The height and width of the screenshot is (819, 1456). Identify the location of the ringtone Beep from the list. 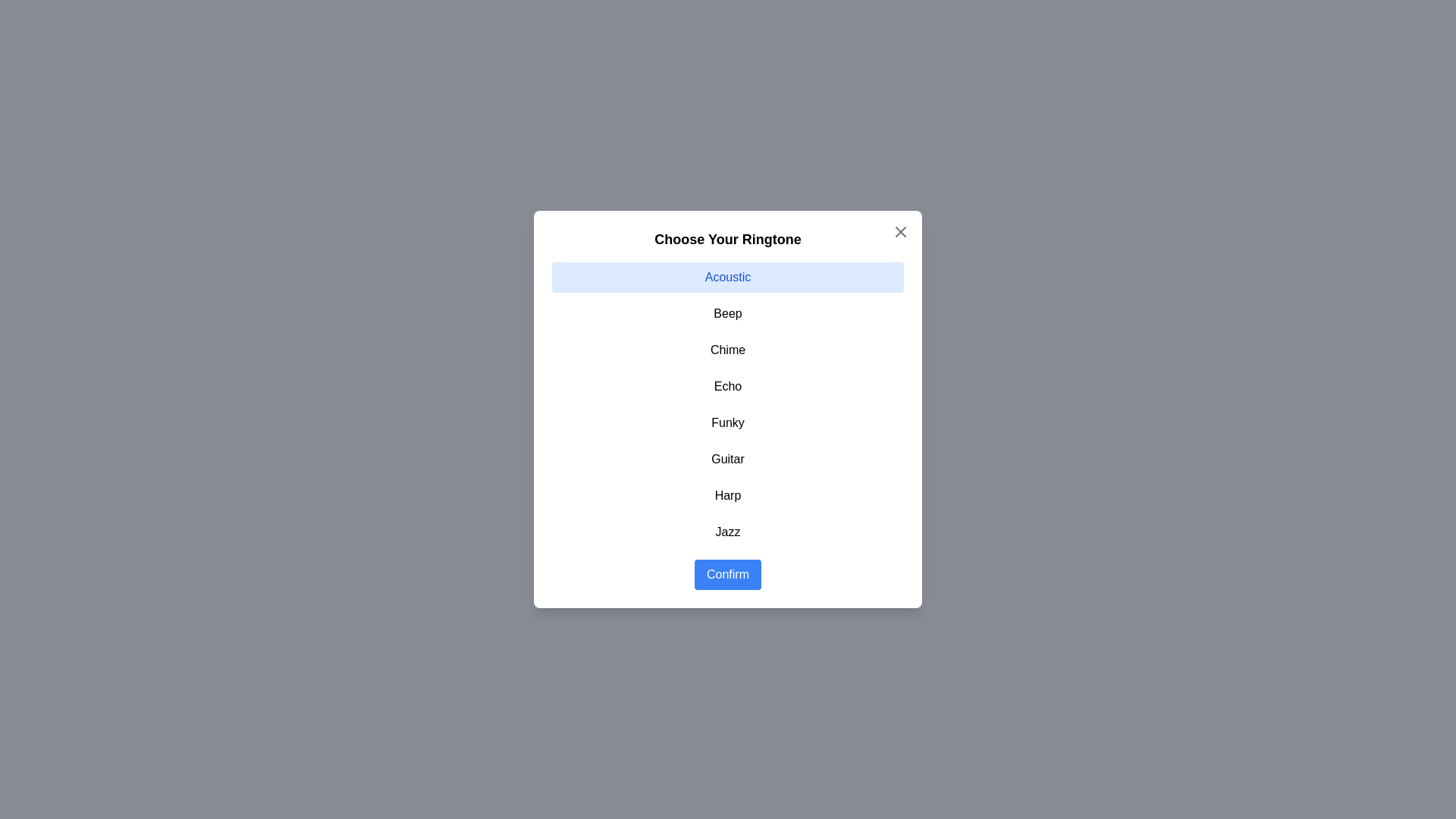
(728, 312).